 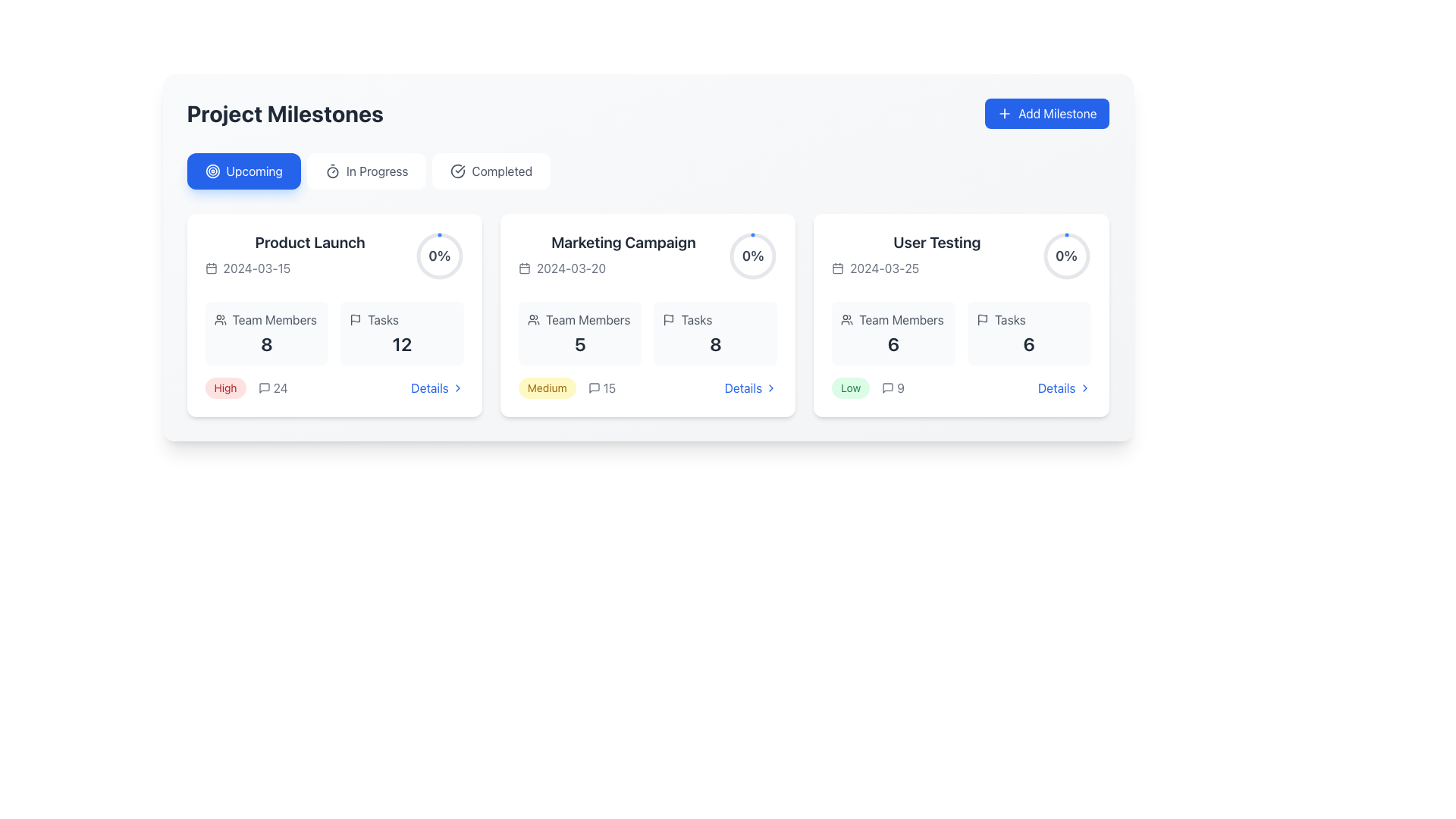 What do you see at coordinates (601, 388) in the screenshot?
I see `the number in the Icon and text group that displays the count of comments or messages in the third segment of the second card under the 'Marketing Campaign' section` at bounding box center [601, 388].